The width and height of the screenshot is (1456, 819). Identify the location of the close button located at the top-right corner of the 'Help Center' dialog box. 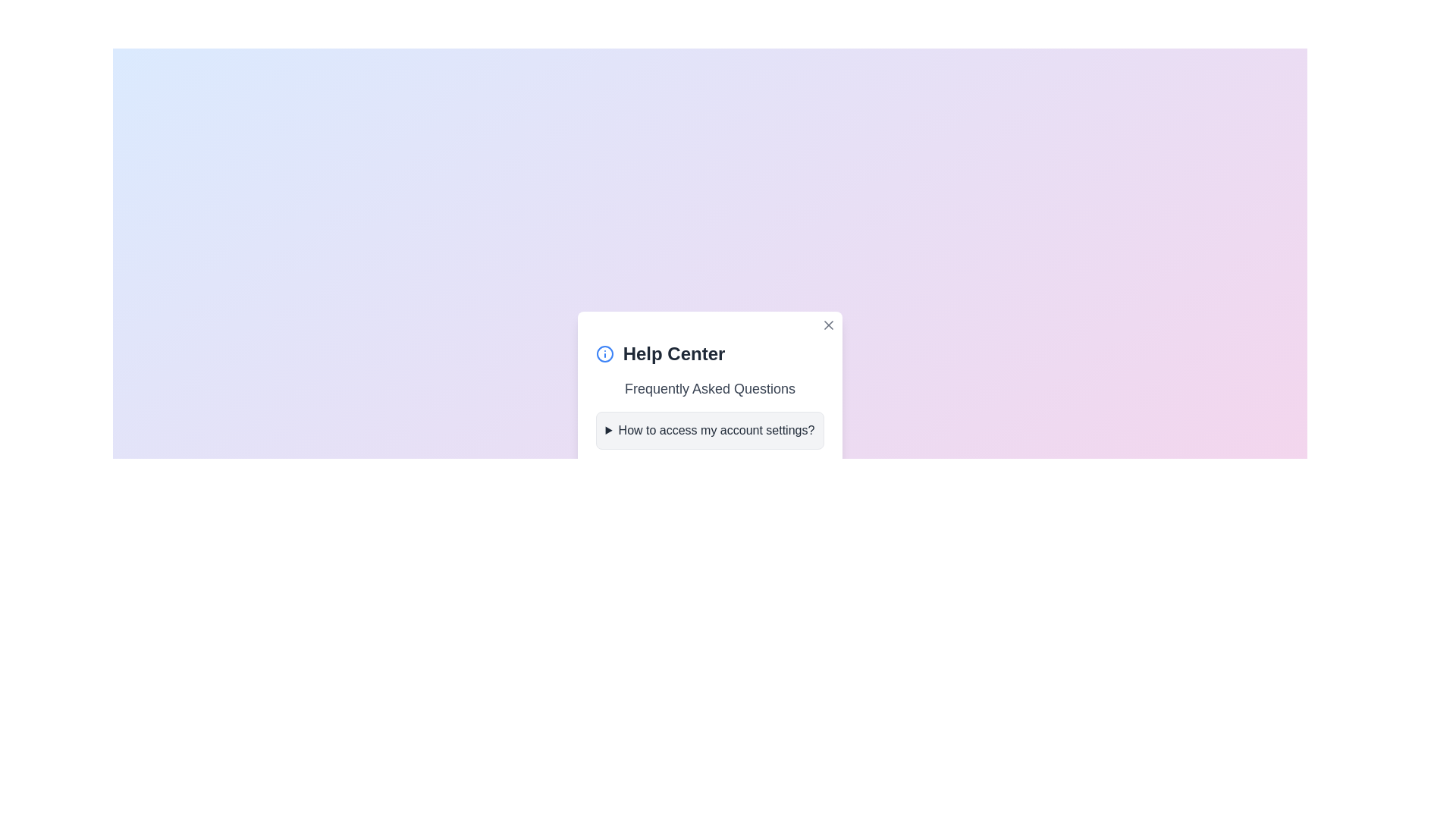
(828, 324).